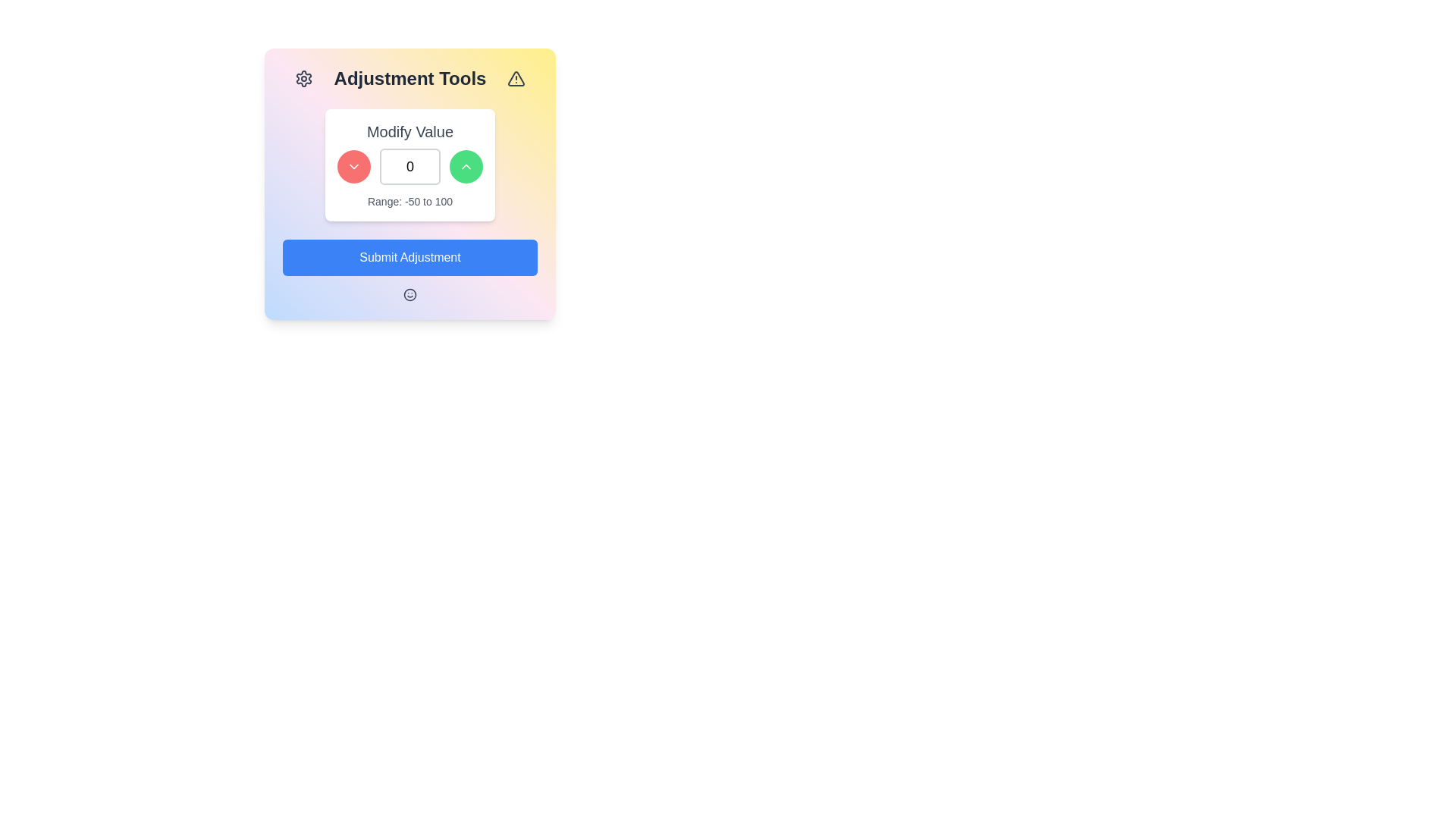  What do you see at coordinates (410, 295) in the screenshot?
I see `the circular smiley face icon with a gray stroke located below the 'Submit Adjustment' button in the 'Adjustment Tools' interface` at bounding box center [410, 295].